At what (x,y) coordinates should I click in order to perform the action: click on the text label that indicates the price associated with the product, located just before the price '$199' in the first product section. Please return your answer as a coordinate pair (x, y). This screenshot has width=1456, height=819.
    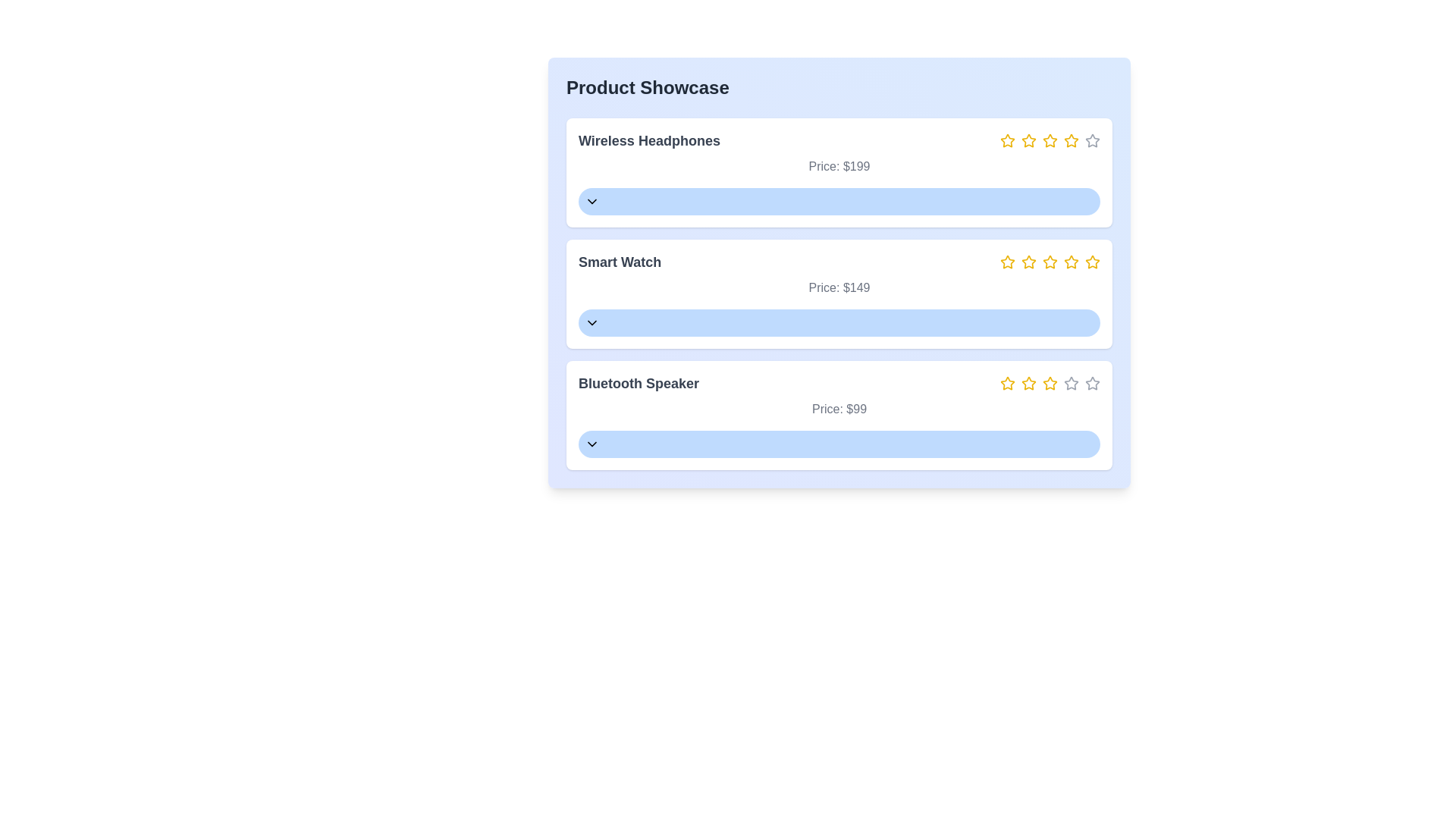
    Looking at the image, I should click on (823, 166).